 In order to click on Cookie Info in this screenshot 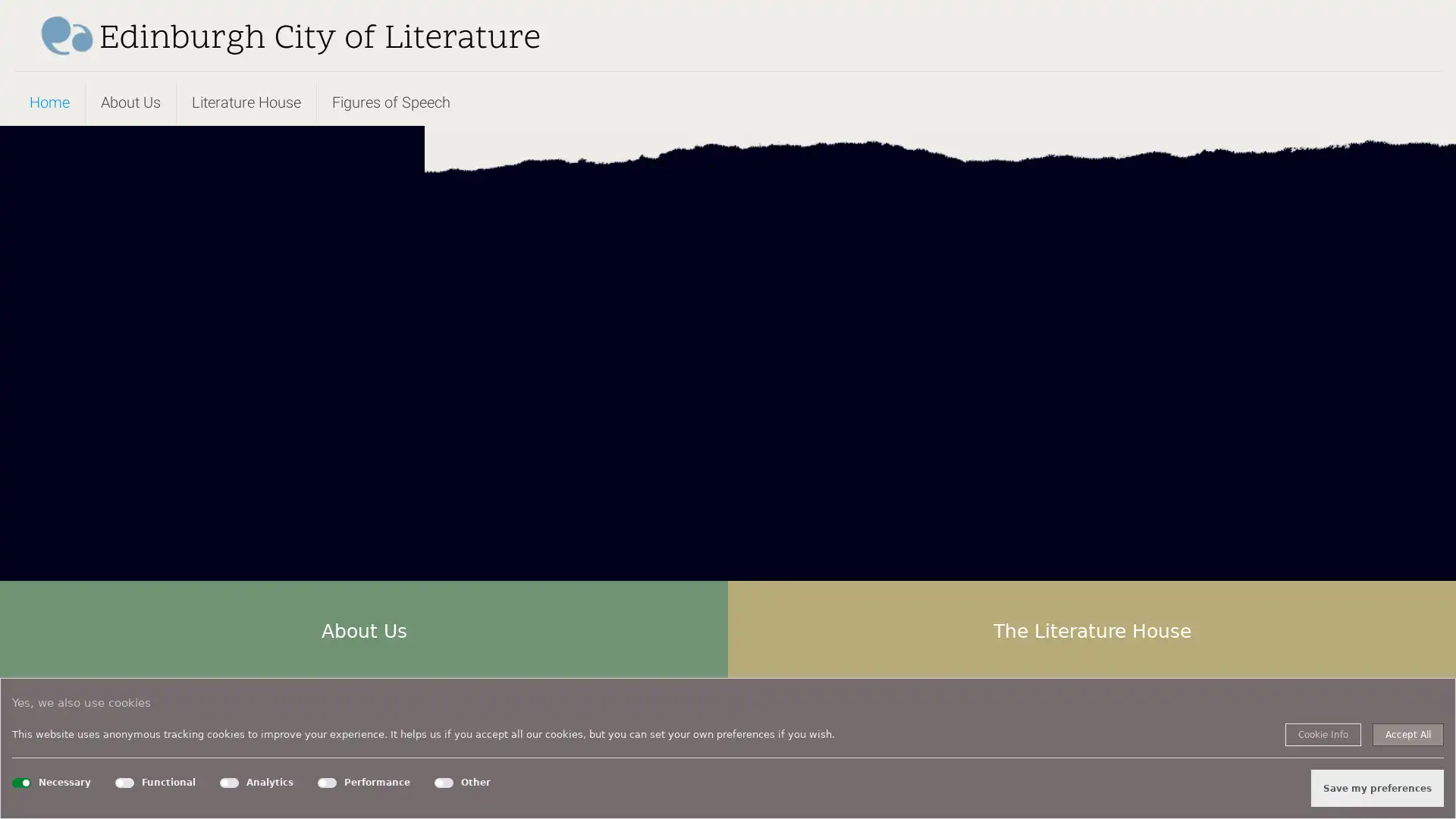, I will do `click(1323, 733)`.